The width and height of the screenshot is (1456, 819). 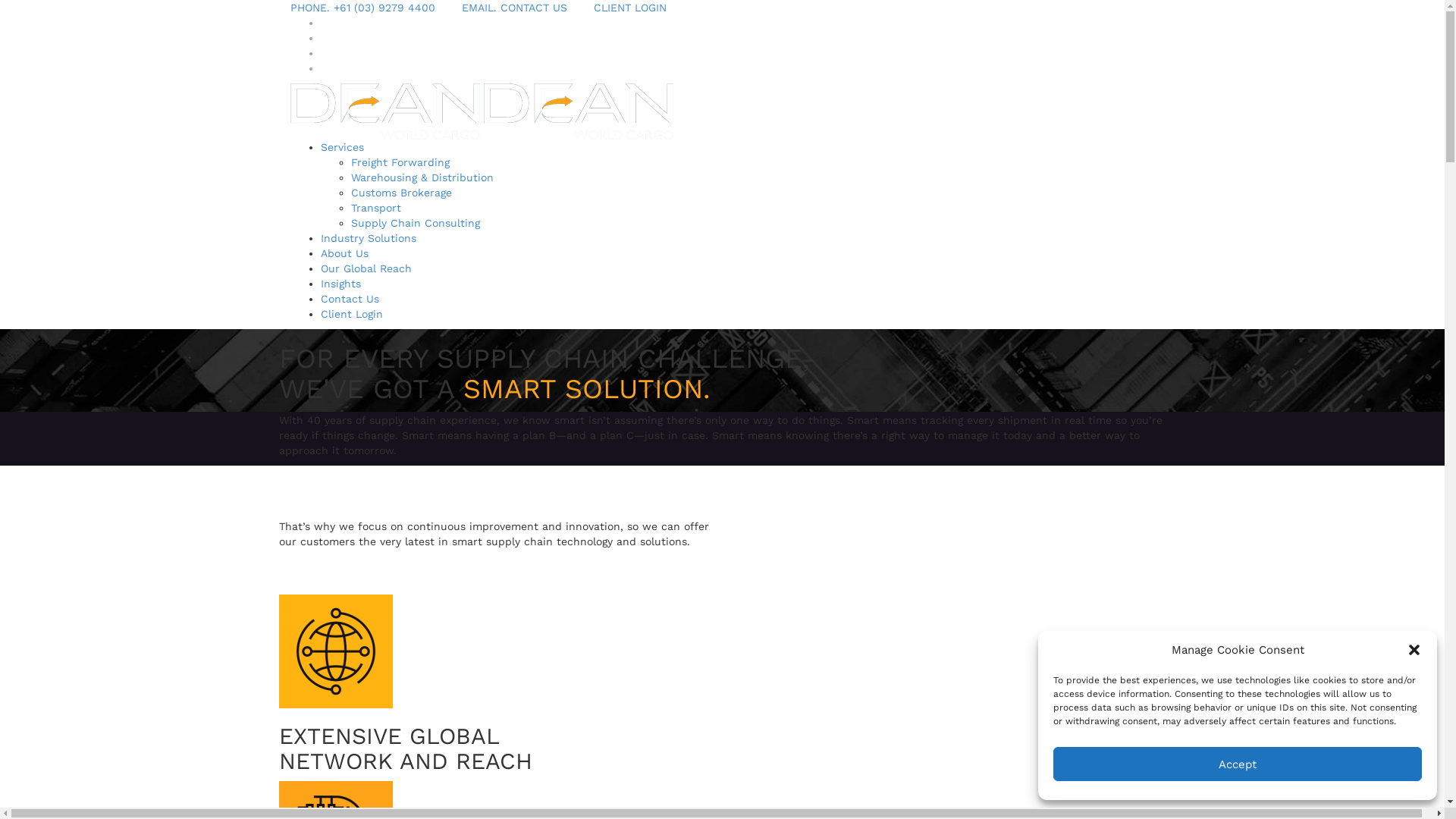 I want to click on 'EMAIL. CONTACT US', so click(x=513, y=8).